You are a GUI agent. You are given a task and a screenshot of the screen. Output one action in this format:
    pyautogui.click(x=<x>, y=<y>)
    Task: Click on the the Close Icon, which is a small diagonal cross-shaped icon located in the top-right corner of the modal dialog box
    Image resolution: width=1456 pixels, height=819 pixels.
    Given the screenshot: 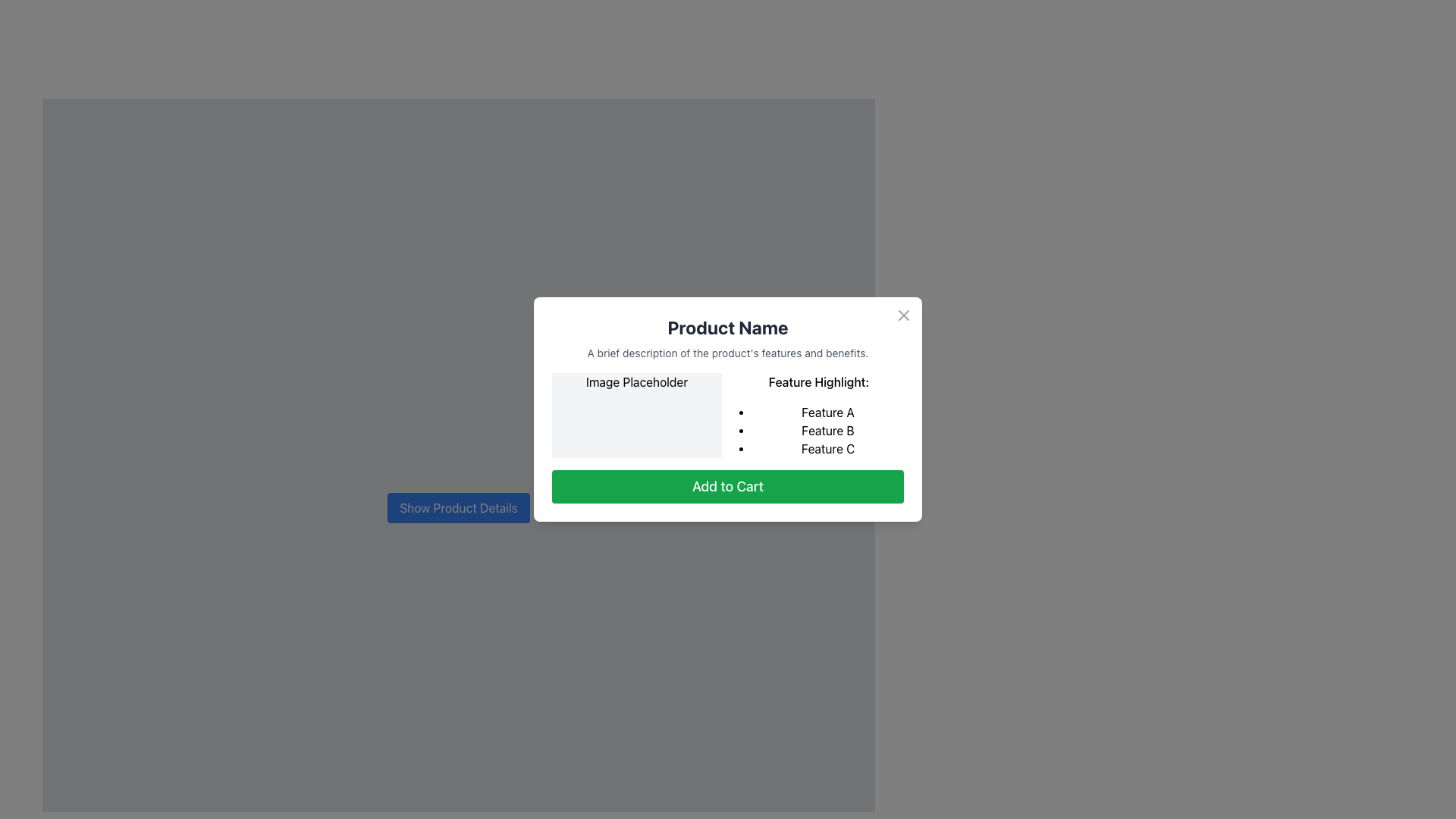 What is the action you would take?
    pyautogui.click(x=903, y=315)
    